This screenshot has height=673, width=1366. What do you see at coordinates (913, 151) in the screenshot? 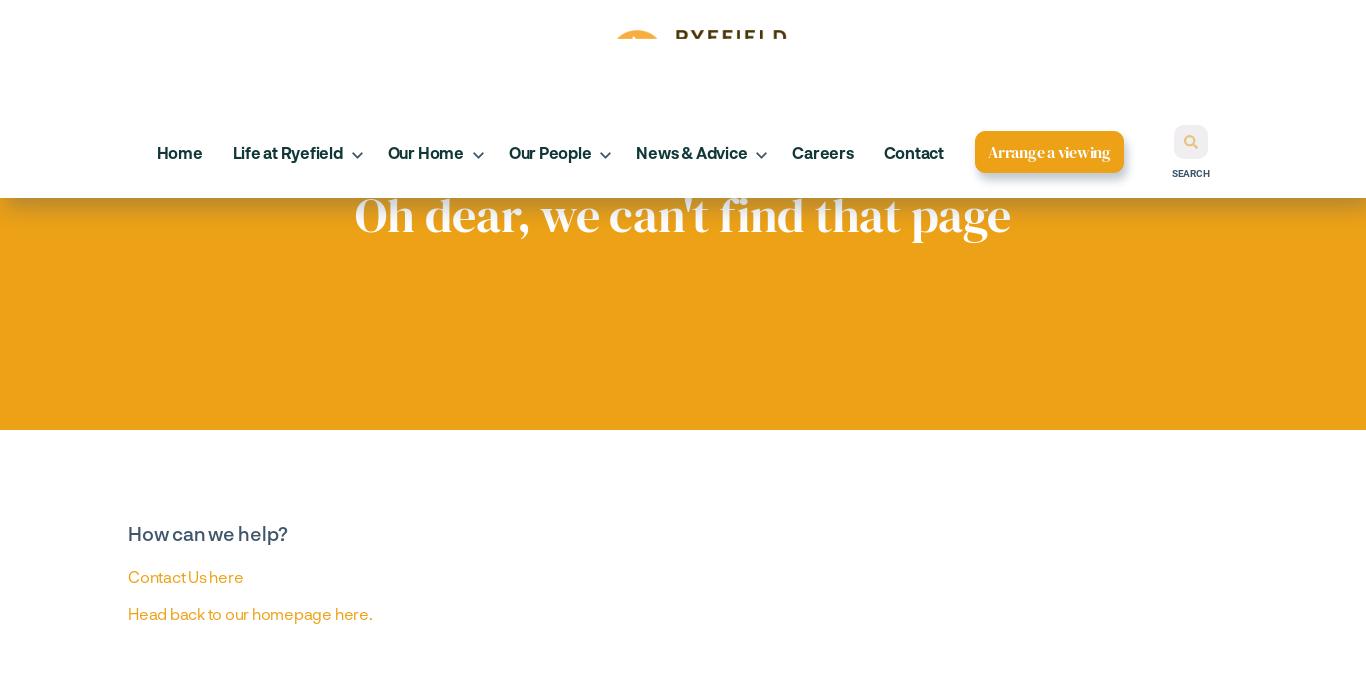
I see `'Contact'` at bounding box center [913, 151].